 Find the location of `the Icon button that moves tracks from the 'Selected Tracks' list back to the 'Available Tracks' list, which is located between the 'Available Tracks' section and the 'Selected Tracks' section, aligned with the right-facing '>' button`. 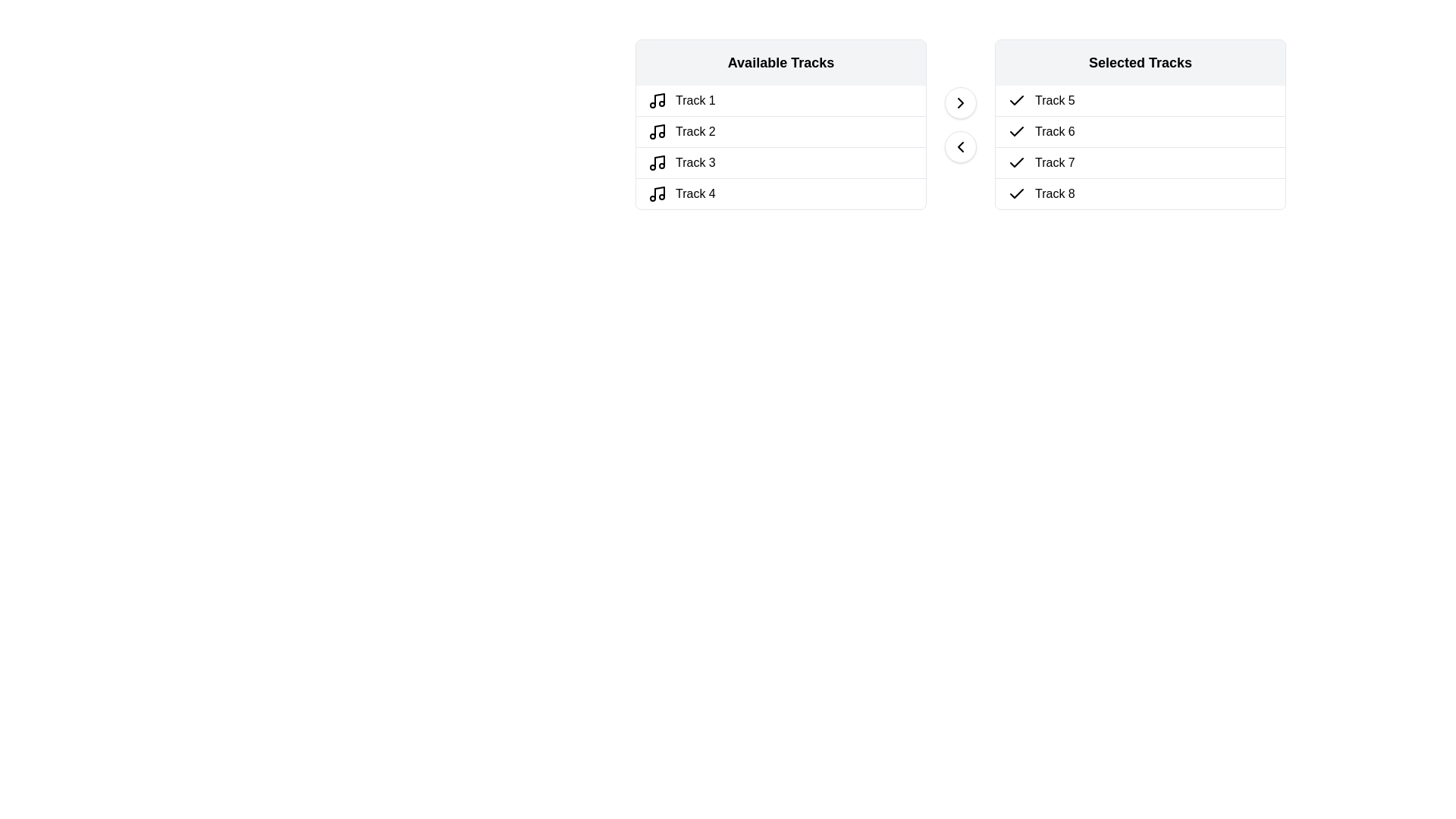

the Icon button that moves tracks from the 'Selected Tracks' list back to the 'Available Tracks' list, which is located between the 'Available Tracks' section and the 'Selected Tracks' section, aligned with the right-facing '>' button is located at coordinates (960, 146).